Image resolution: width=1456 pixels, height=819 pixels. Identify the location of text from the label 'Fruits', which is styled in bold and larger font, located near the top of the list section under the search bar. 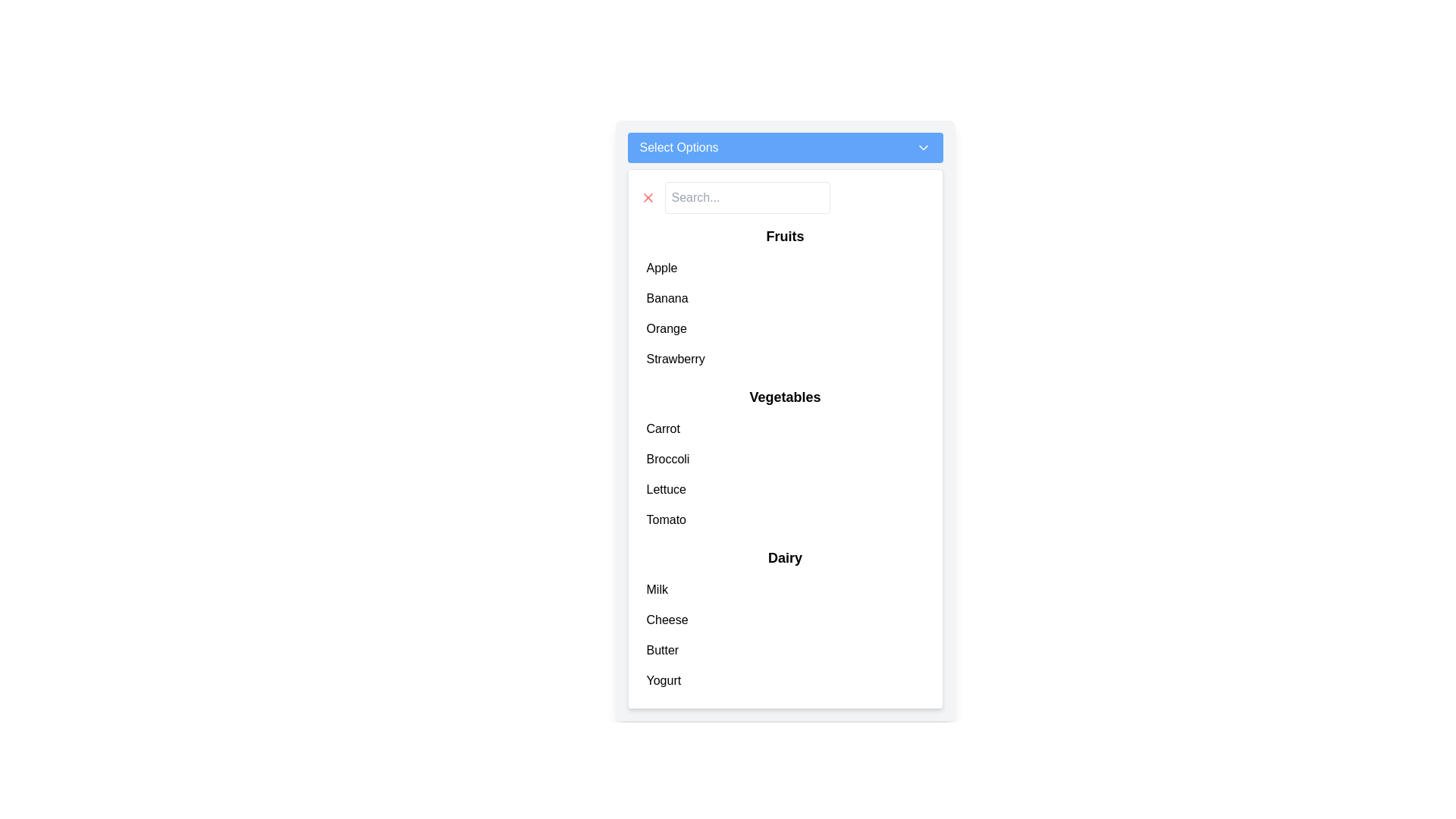
(785, 237).